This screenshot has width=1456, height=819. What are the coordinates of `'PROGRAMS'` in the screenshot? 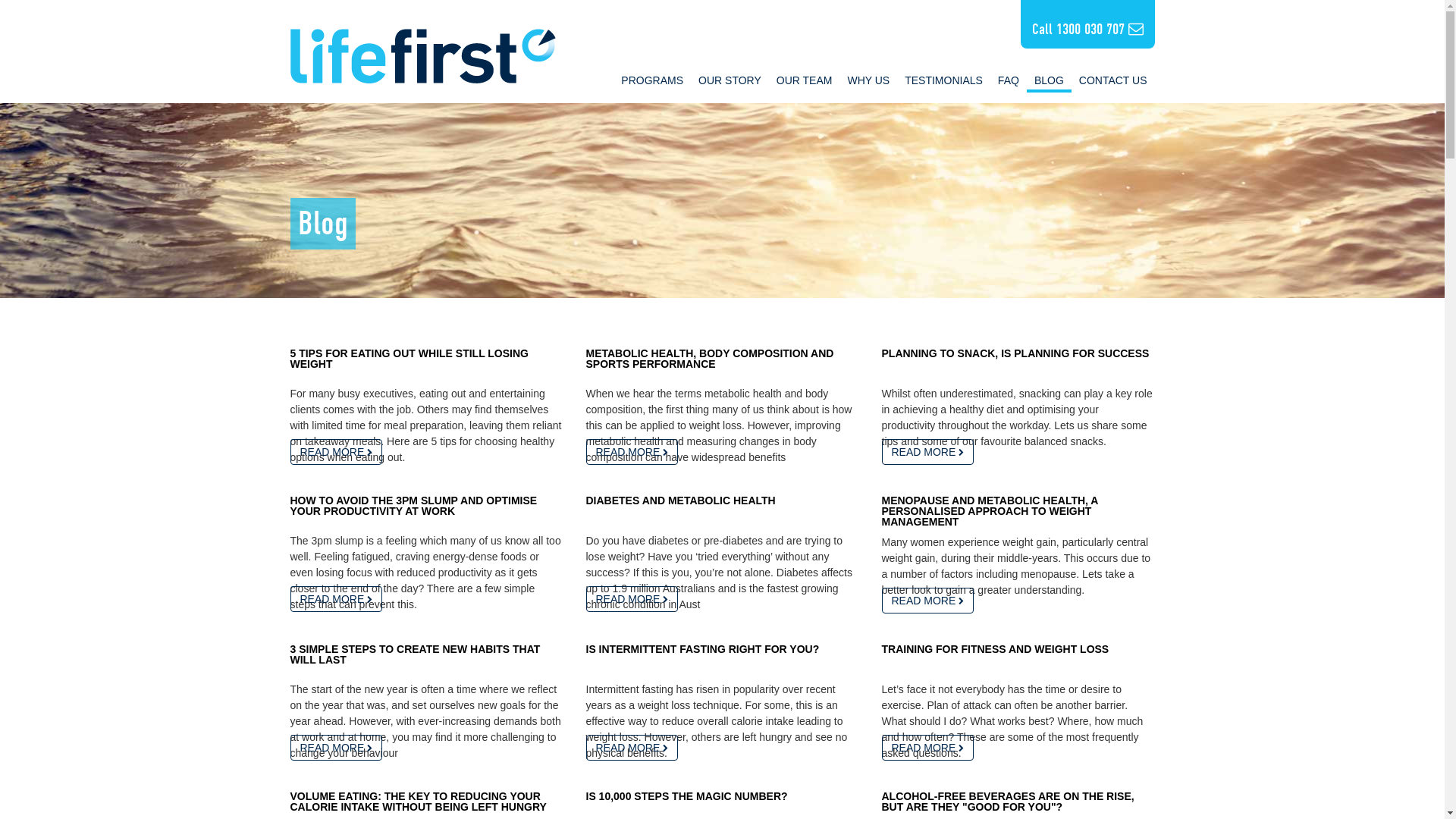 It's located at (651, 80).